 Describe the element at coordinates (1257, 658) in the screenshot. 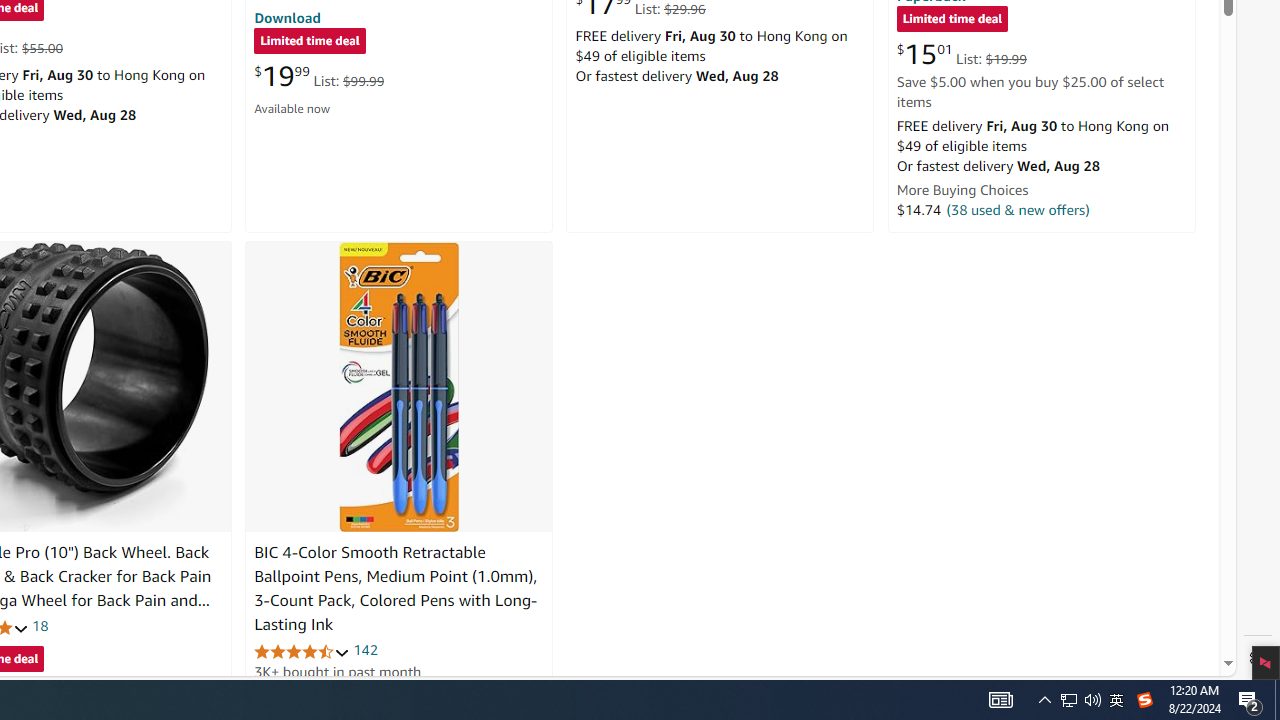

I see `'Settings'` at that location.